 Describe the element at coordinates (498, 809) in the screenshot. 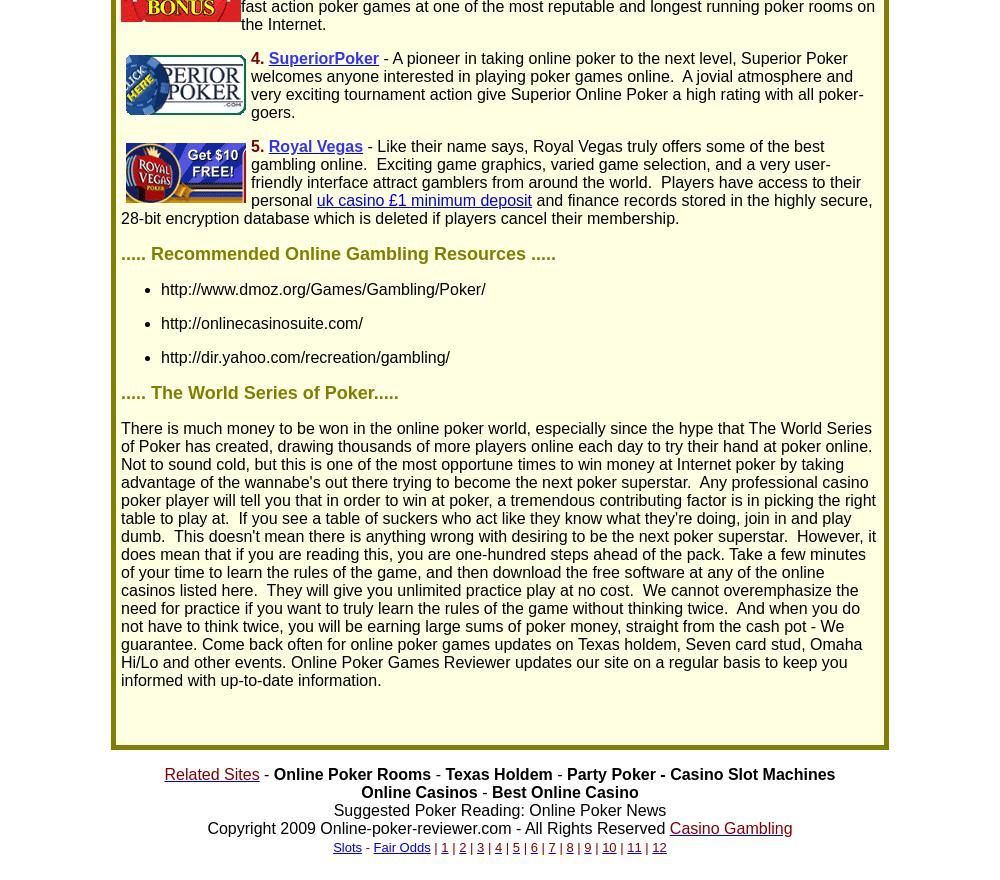

I see `'Suggested Poker Reading: Online Poker News'` at that location.